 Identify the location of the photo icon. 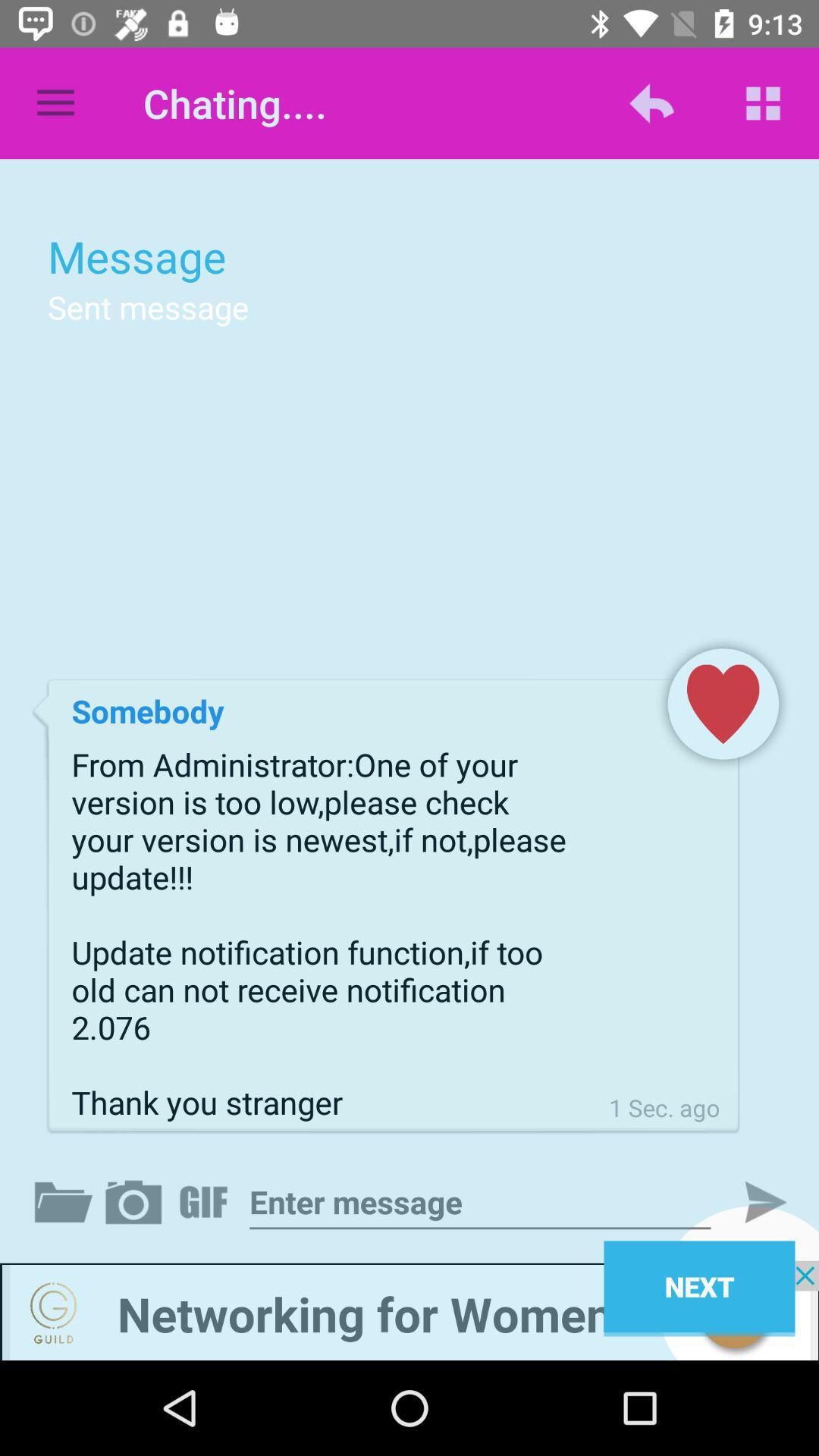
(136, 1201).